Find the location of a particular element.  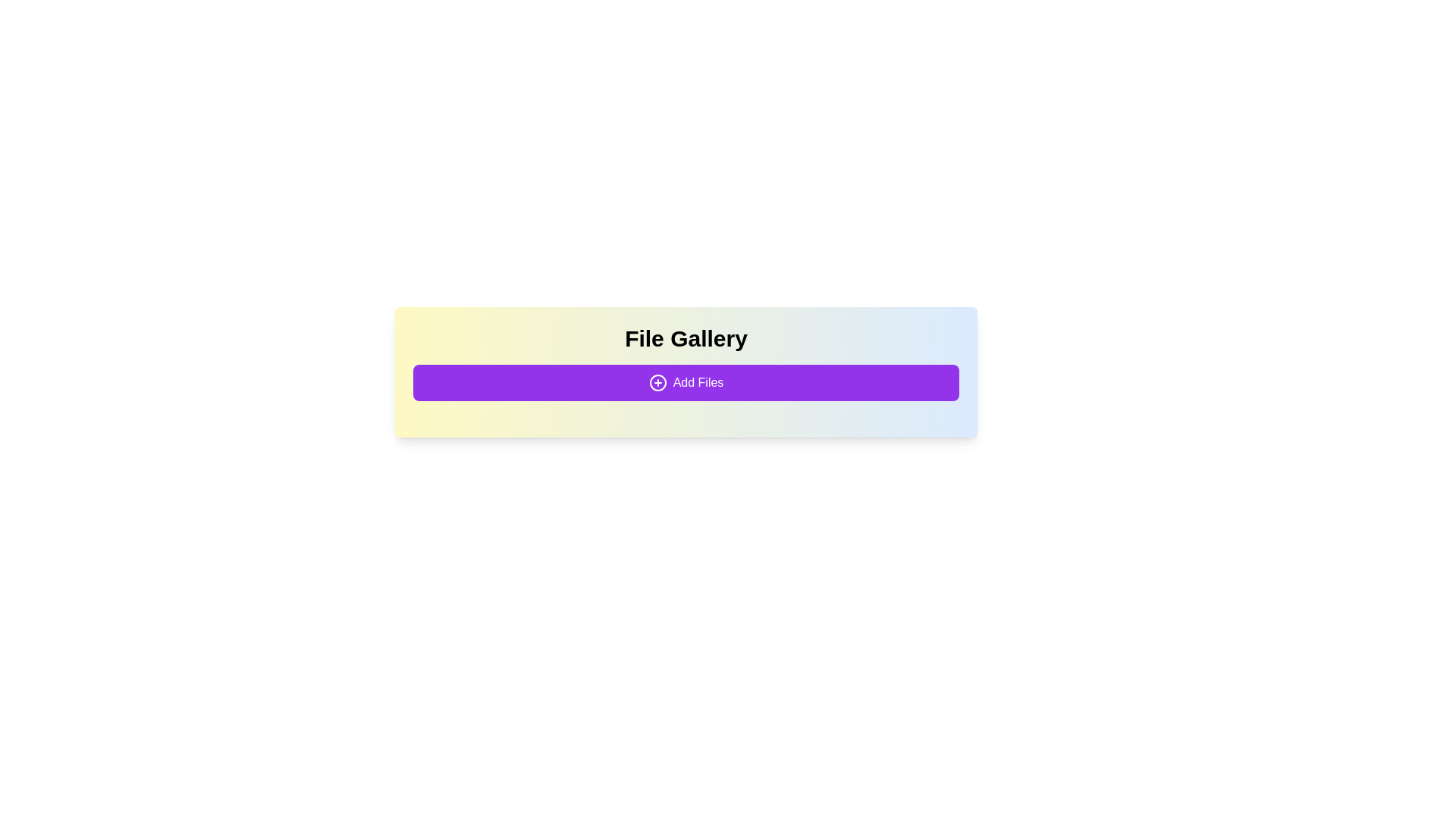

the button for adding files to the file gallery, located below the 'File Gallery' heading is located at coordinates (686, 382).